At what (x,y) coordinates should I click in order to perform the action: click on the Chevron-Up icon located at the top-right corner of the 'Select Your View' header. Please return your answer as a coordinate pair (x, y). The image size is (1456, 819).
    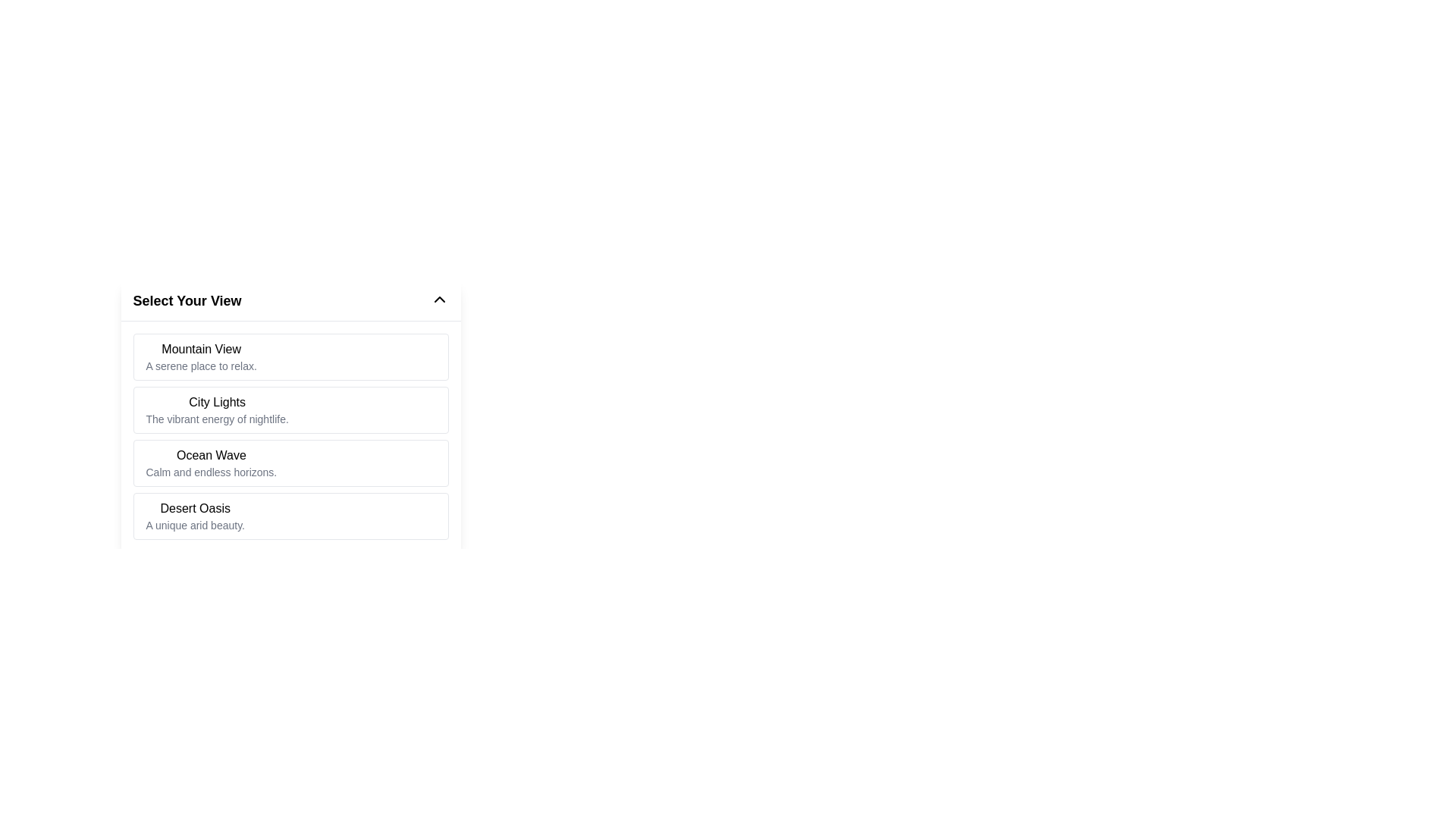
    Looking at the image, I should click on (438, 299).